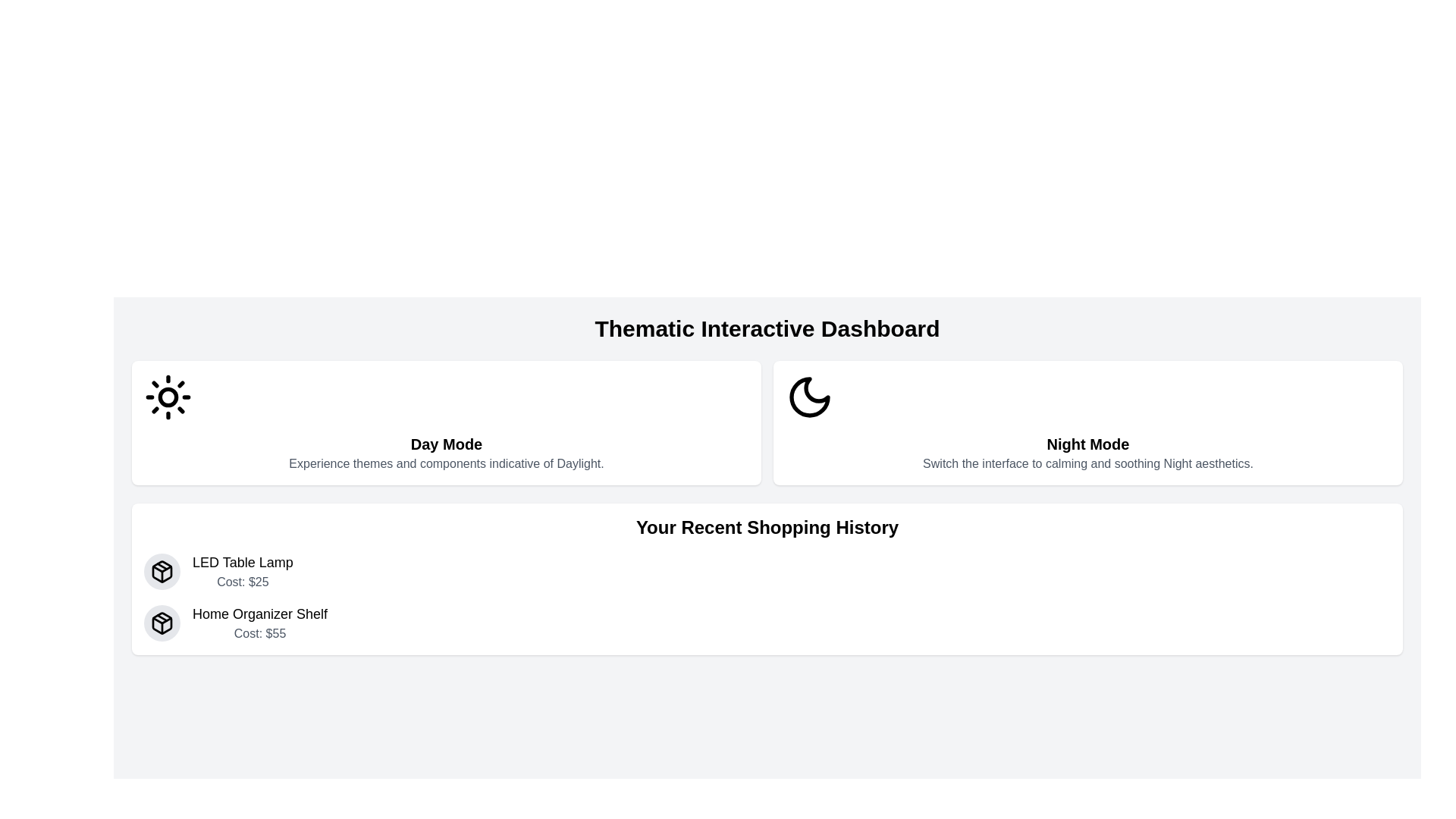 The image size is (1456, 819). I want to click on the text label displaying the title 'LED Table Lamp' in the shopping history list, so click(243, 562).